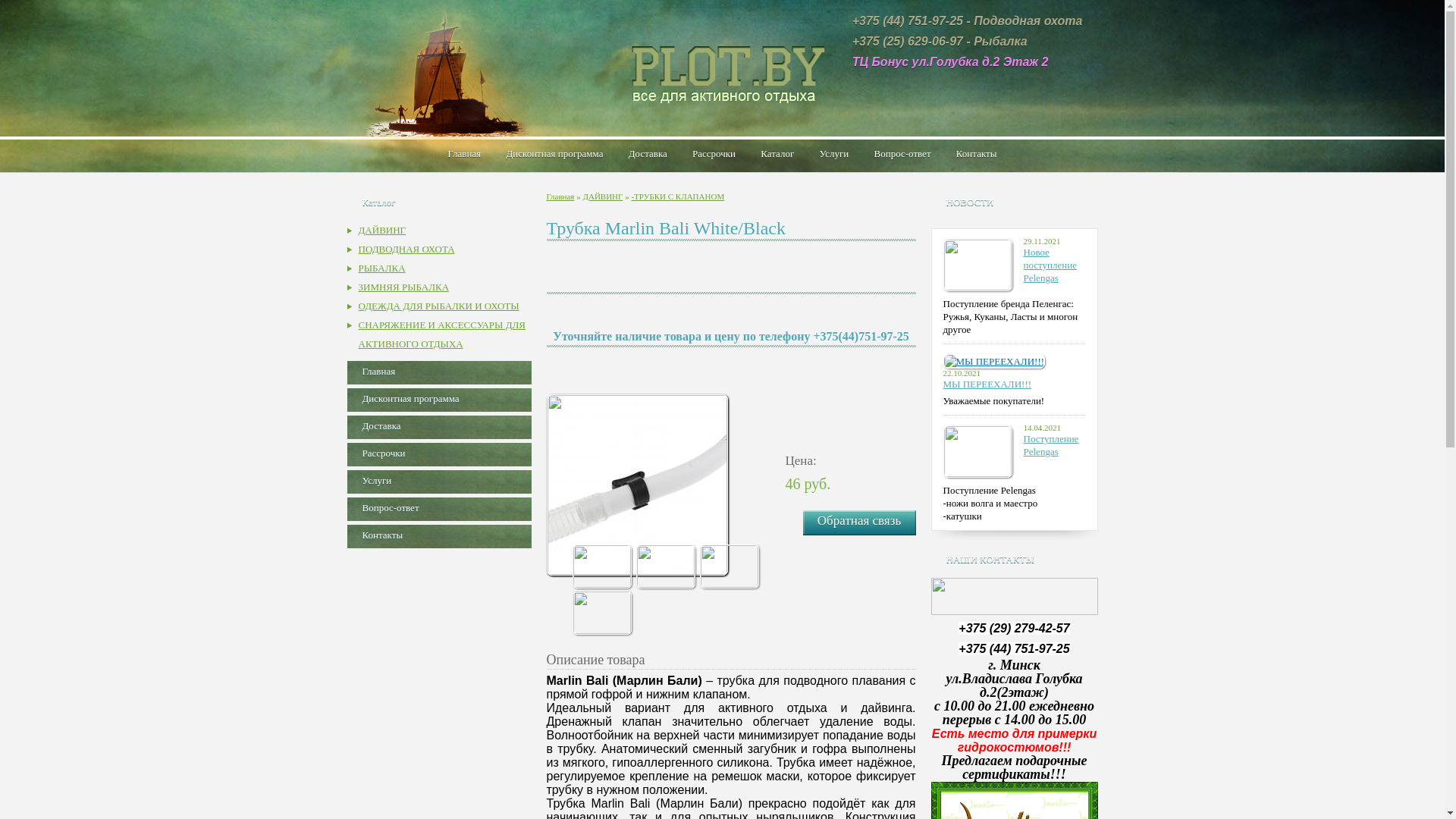 Image resolution: width=1456 pixels, height=819 pixels. What do you see at coordinates (720, 70) in the screenshot?
I see `'PLOT.BY'` at bounding box center [720, 70].